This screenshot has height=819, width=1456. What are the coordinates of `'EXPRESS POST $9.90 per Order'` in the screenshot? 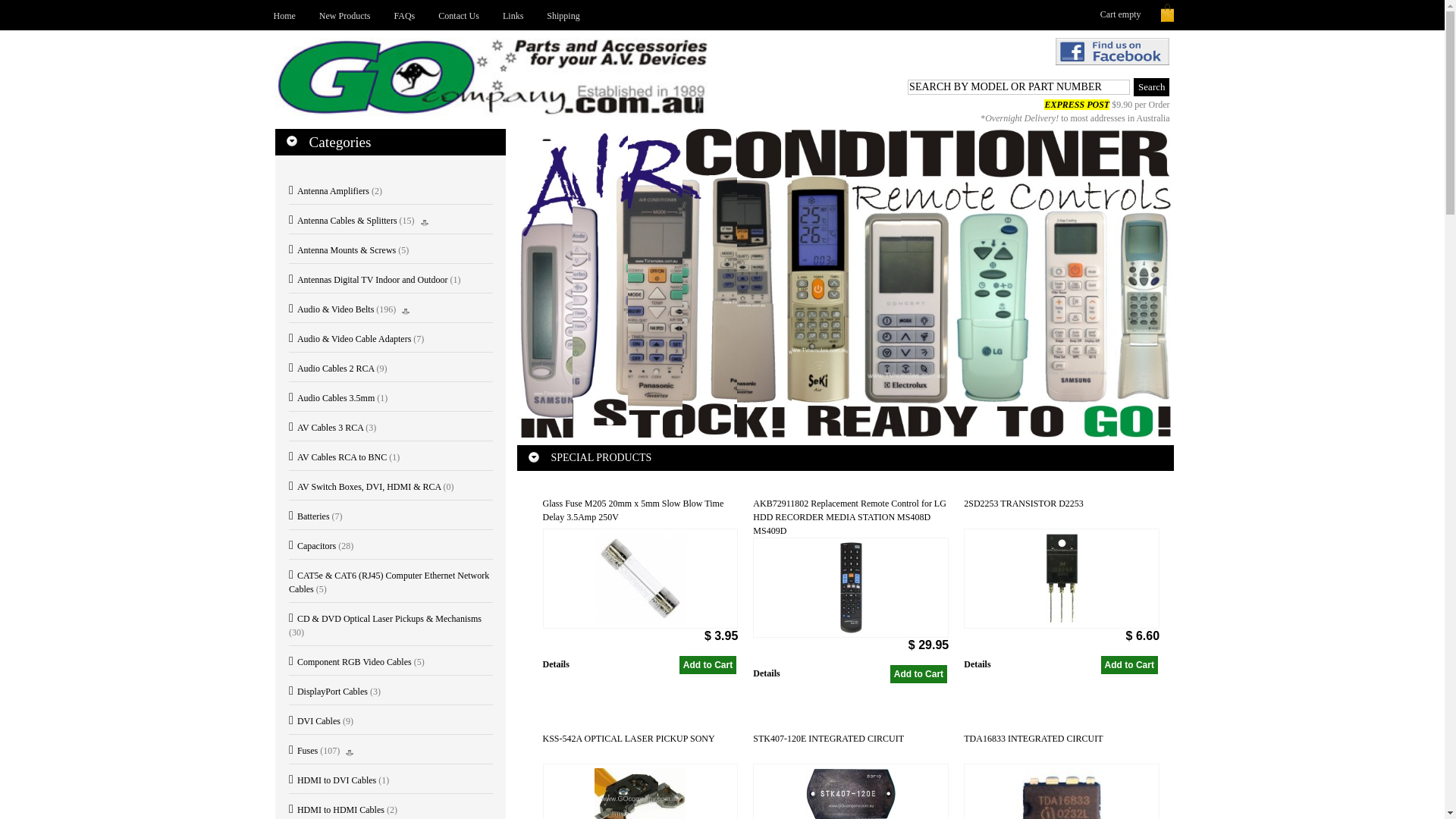 It's located at (1043, 104).